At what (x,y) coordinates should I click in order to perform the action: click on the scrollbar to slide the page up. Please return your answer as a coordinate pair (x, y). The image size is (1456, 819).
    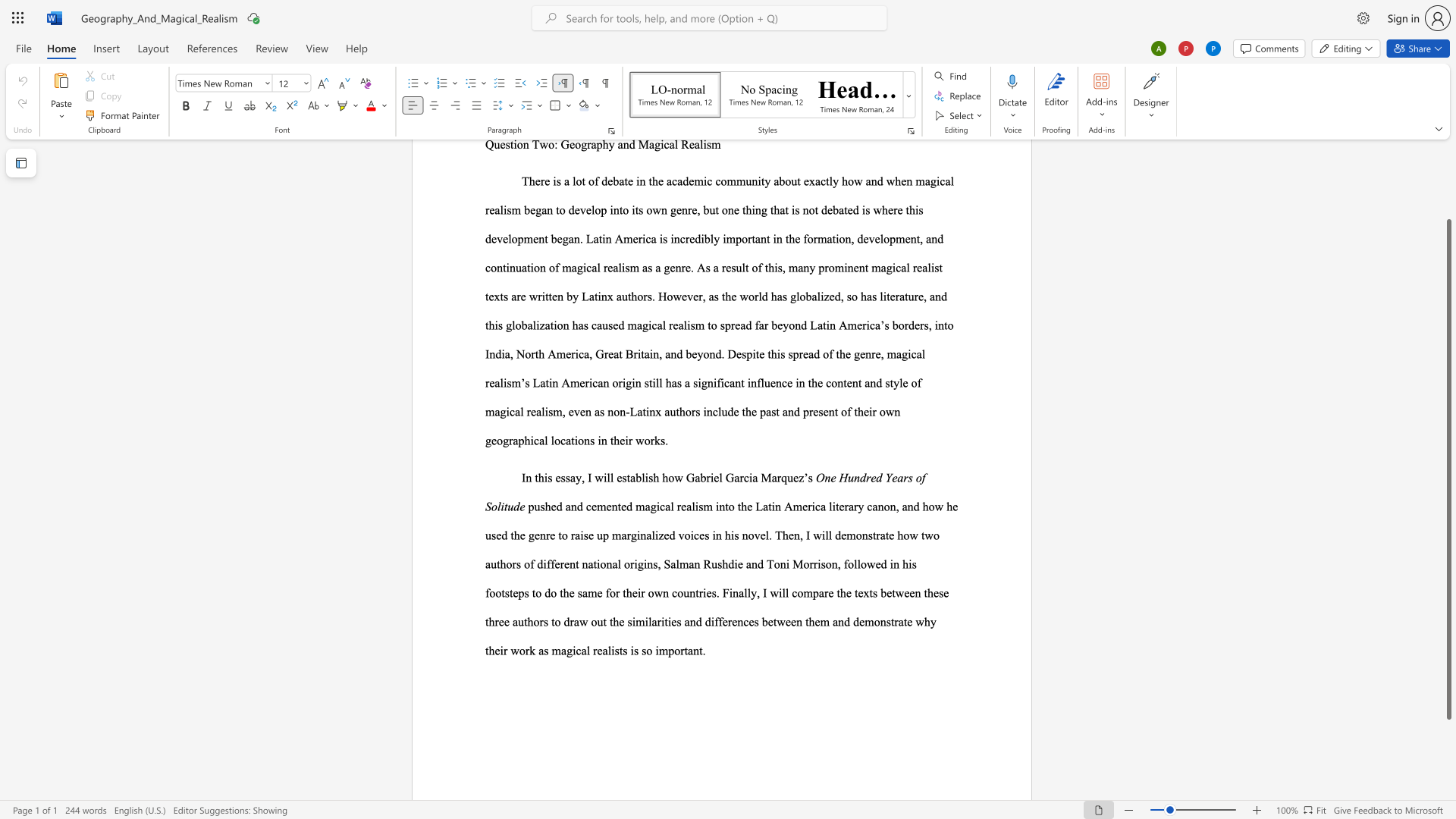
    Looking at the image, I should click on (1448, 205).